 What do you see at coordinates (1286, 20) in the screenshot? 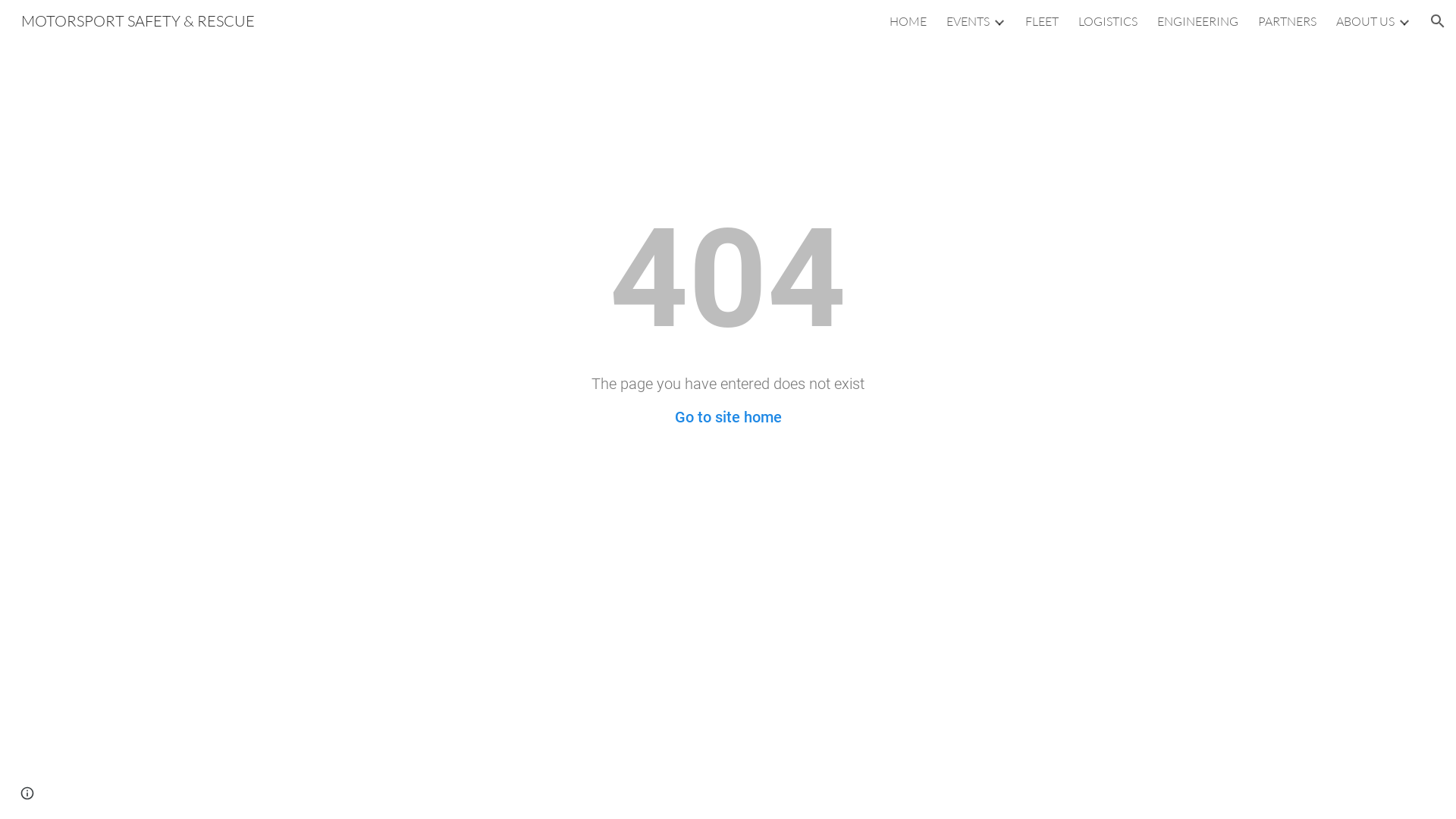
I see `'PARTNERS'` at bounding box center [1286, 20].